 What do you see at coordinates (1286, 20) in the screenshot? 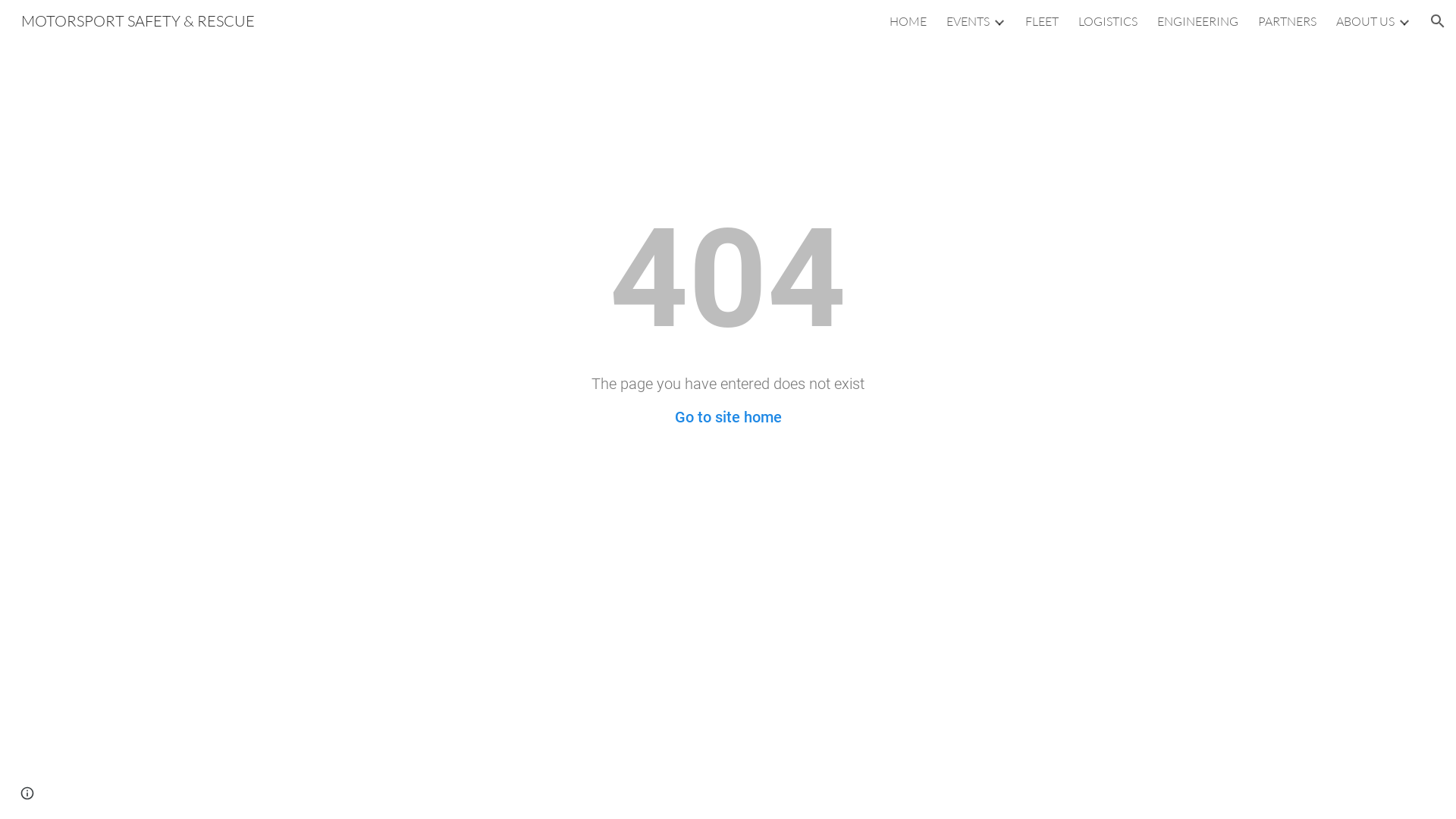
I see `'PARTNERS'` at bounding box center [1286, 20].